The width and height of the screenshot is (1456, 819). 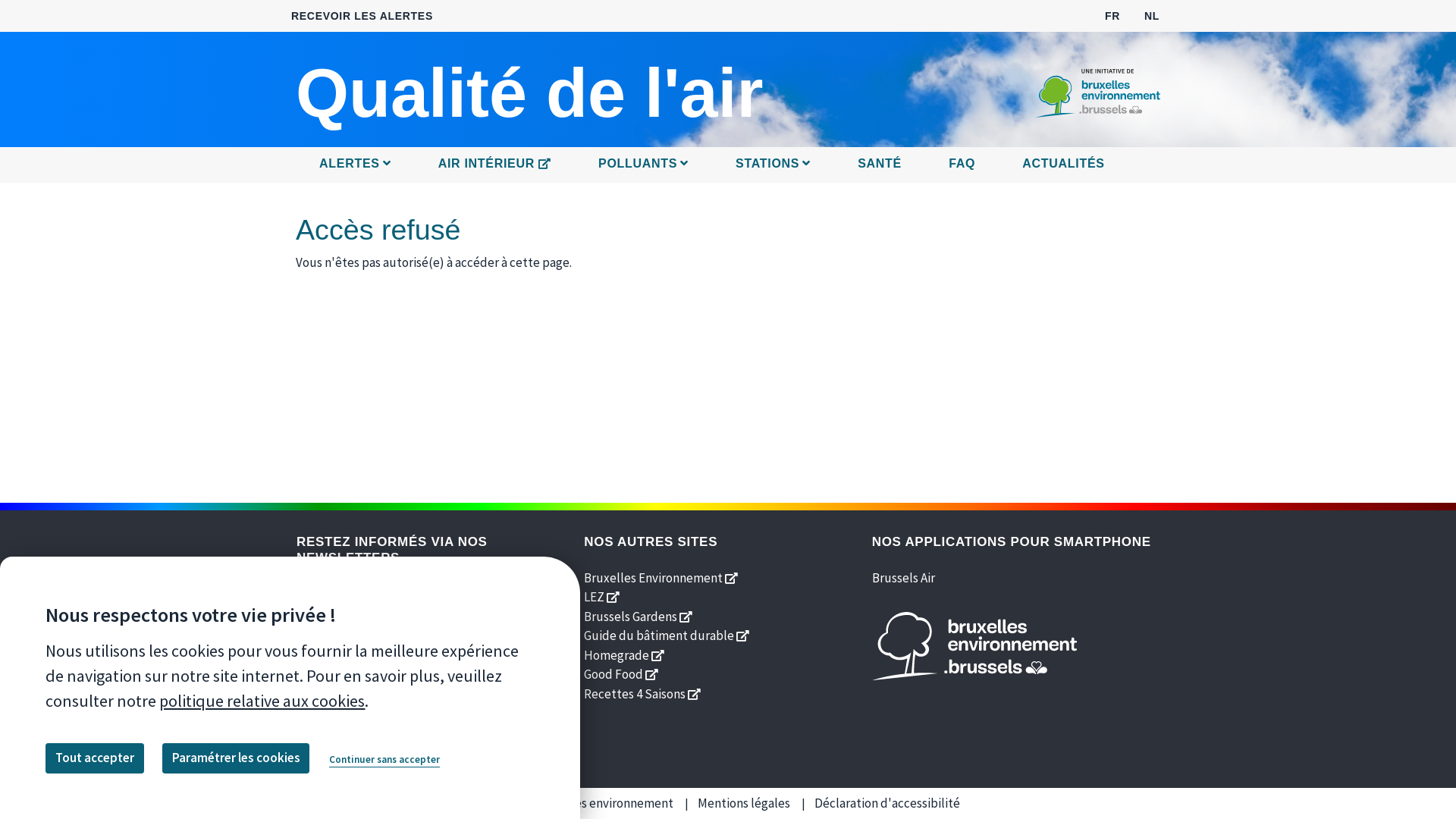 I want to click on 'Continuer sans accepter', so click(x=384, y=760).